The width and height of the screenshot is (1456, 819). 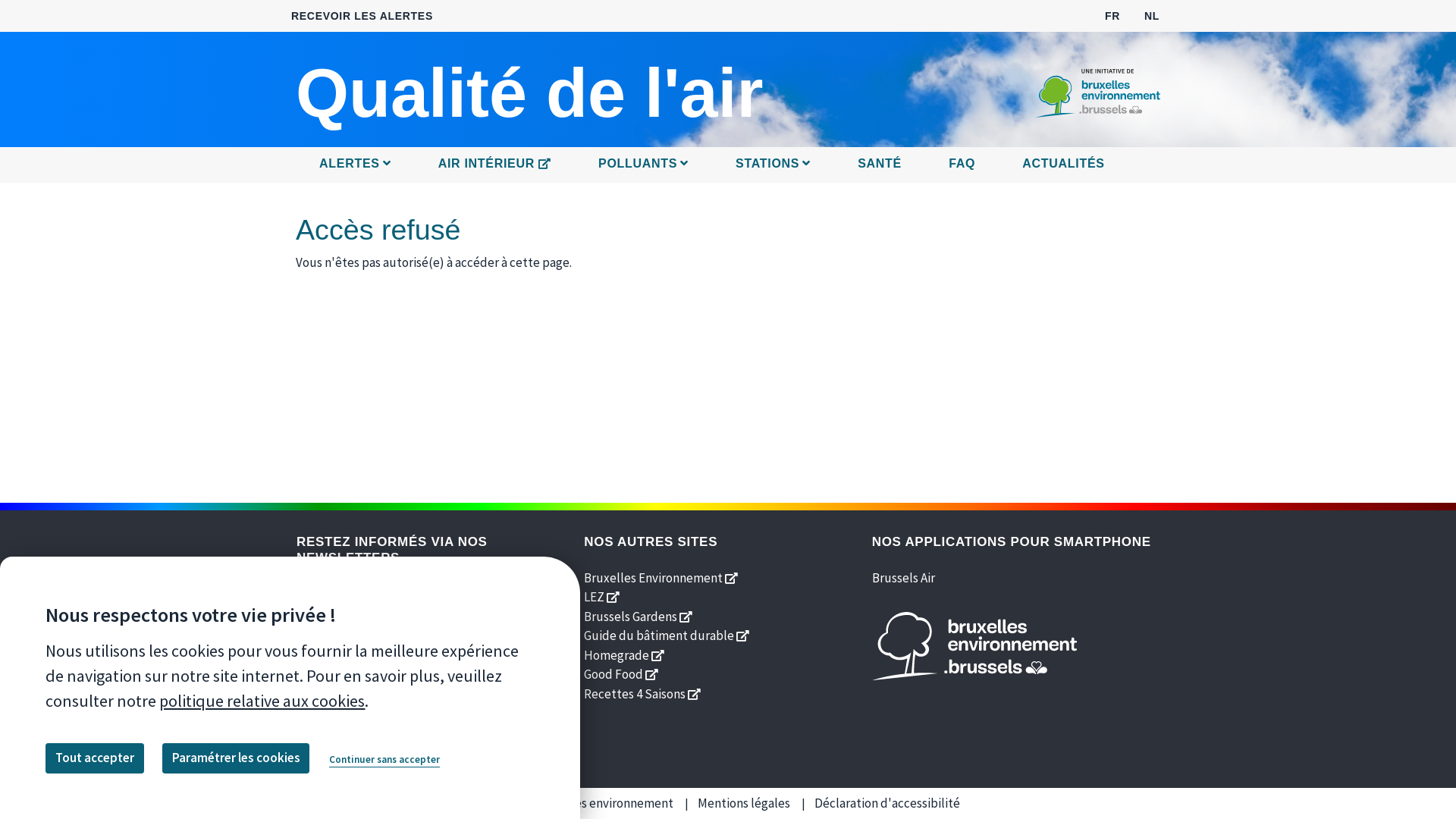 I want to click on 'Continuer sans accepter', so click(x=384, y=760).